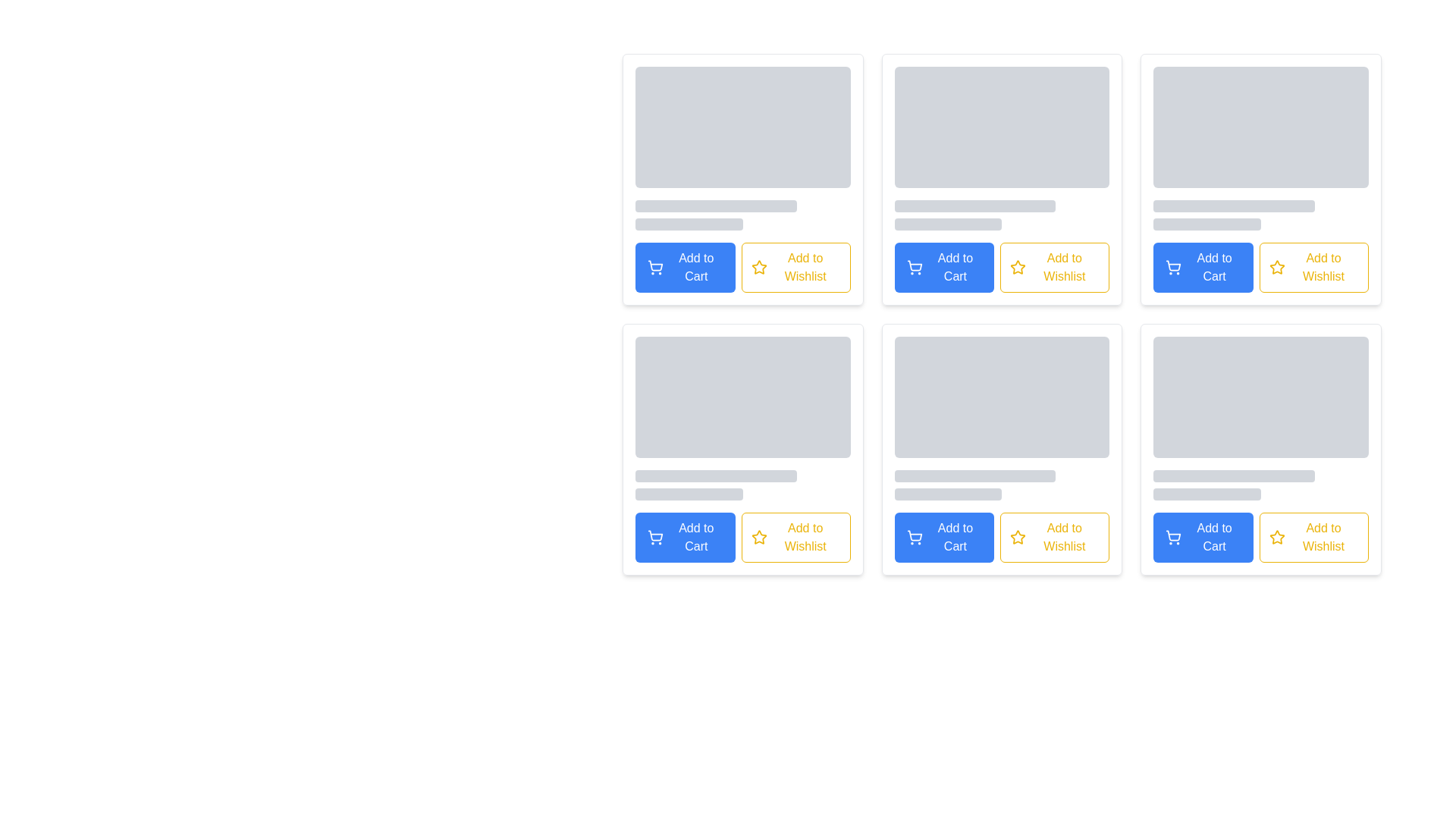 The height and width of the screenshot is (819, 1456). Describe the element at coordinates (1002, 267) in the screenshot. I see `the 'Add to Wishlist' button, which is a rounded button with a yellow border and background, featuring a yellow star icon and the text 'Add to Wishlist'. It is positioned to the right of the blue 'Add to Cart' button within the bottom section of a product card` at that location.